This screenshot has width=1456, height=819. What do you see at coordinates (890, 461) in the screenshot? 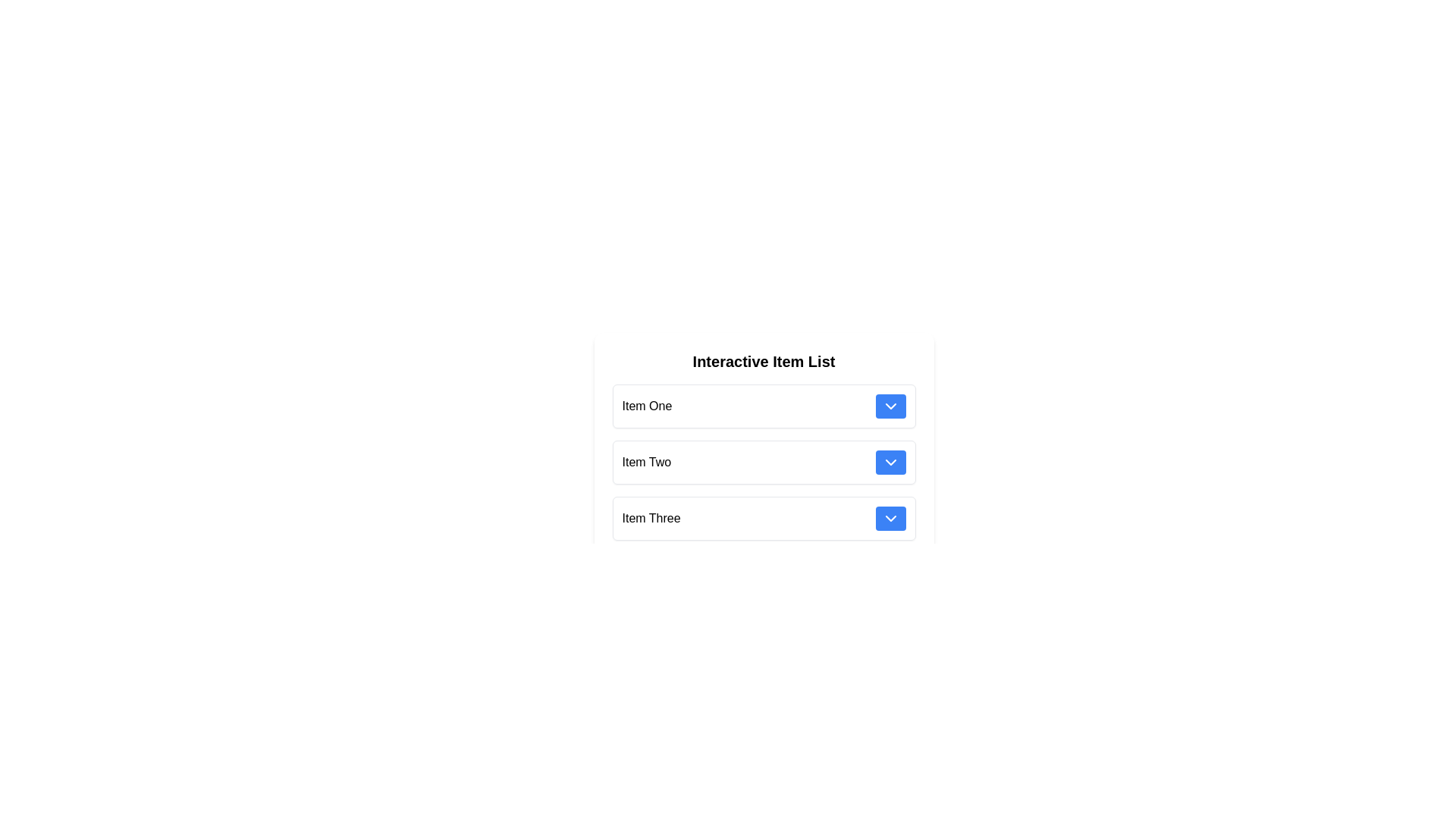
I see `the downward-pointing chevron SVG icon with a blue background, located in the dropdown button next to 'Item Two'` at bounding box center [890, 461].